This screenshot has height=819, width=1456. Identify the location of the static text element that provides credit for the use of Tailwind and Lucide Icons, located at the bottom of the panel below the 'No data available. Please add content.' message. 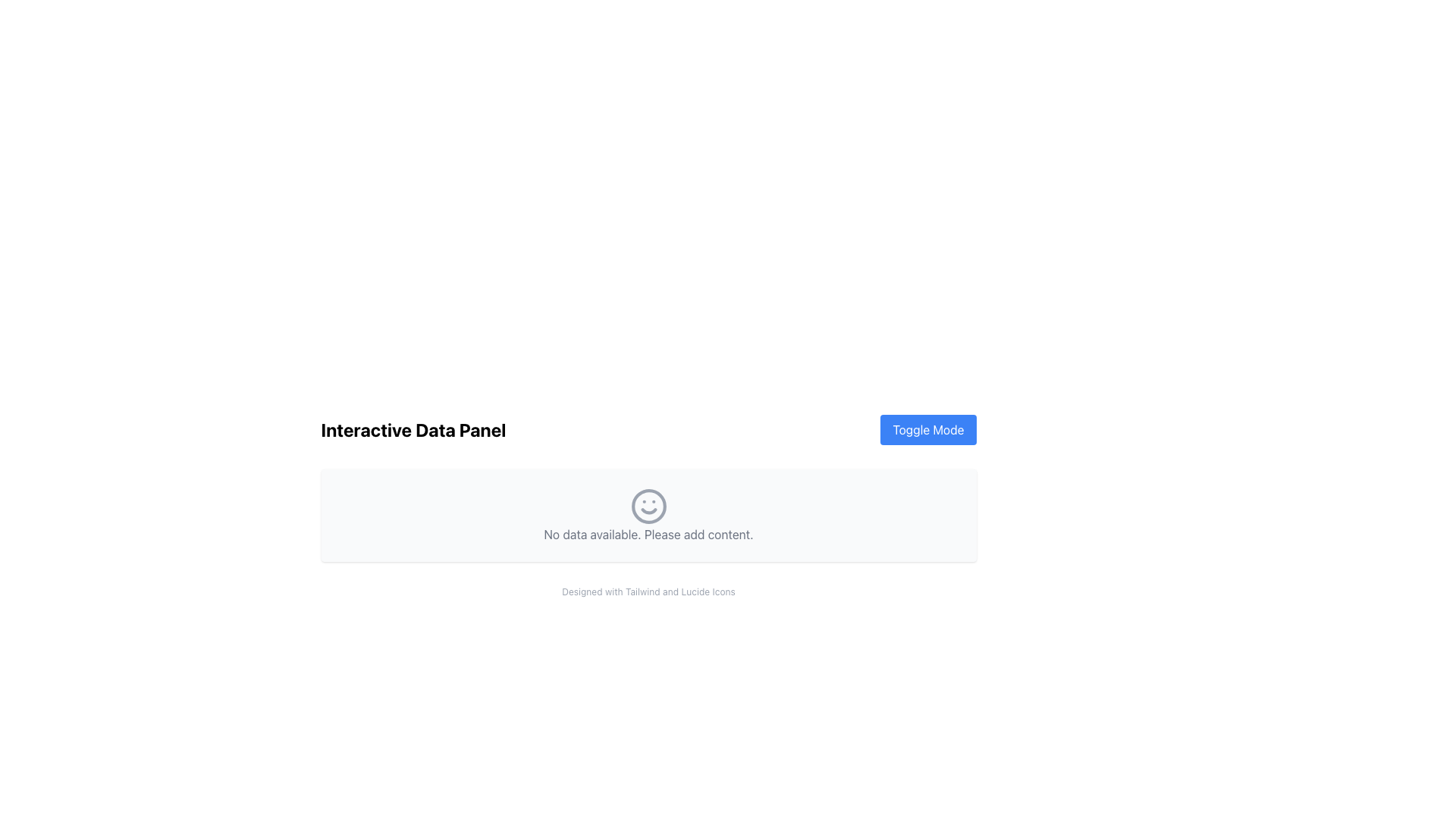
(648, 591).